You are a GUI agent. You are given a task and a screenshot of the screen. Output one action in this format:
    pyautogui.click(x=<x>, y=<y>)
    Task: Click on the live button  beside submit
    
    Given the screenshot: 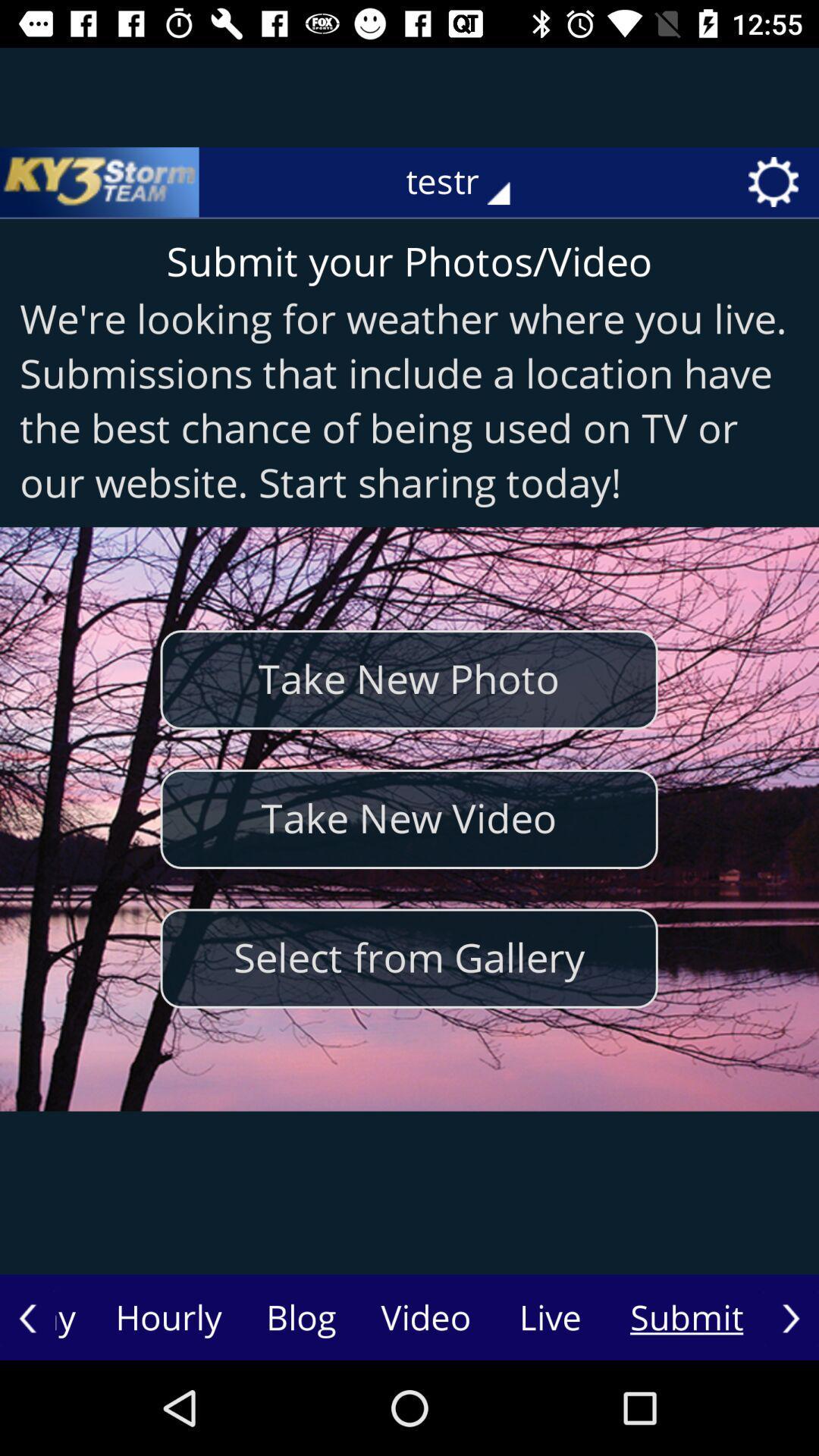 What is the action you would take?
    pyautogui.click(x=550, y=1317)
    